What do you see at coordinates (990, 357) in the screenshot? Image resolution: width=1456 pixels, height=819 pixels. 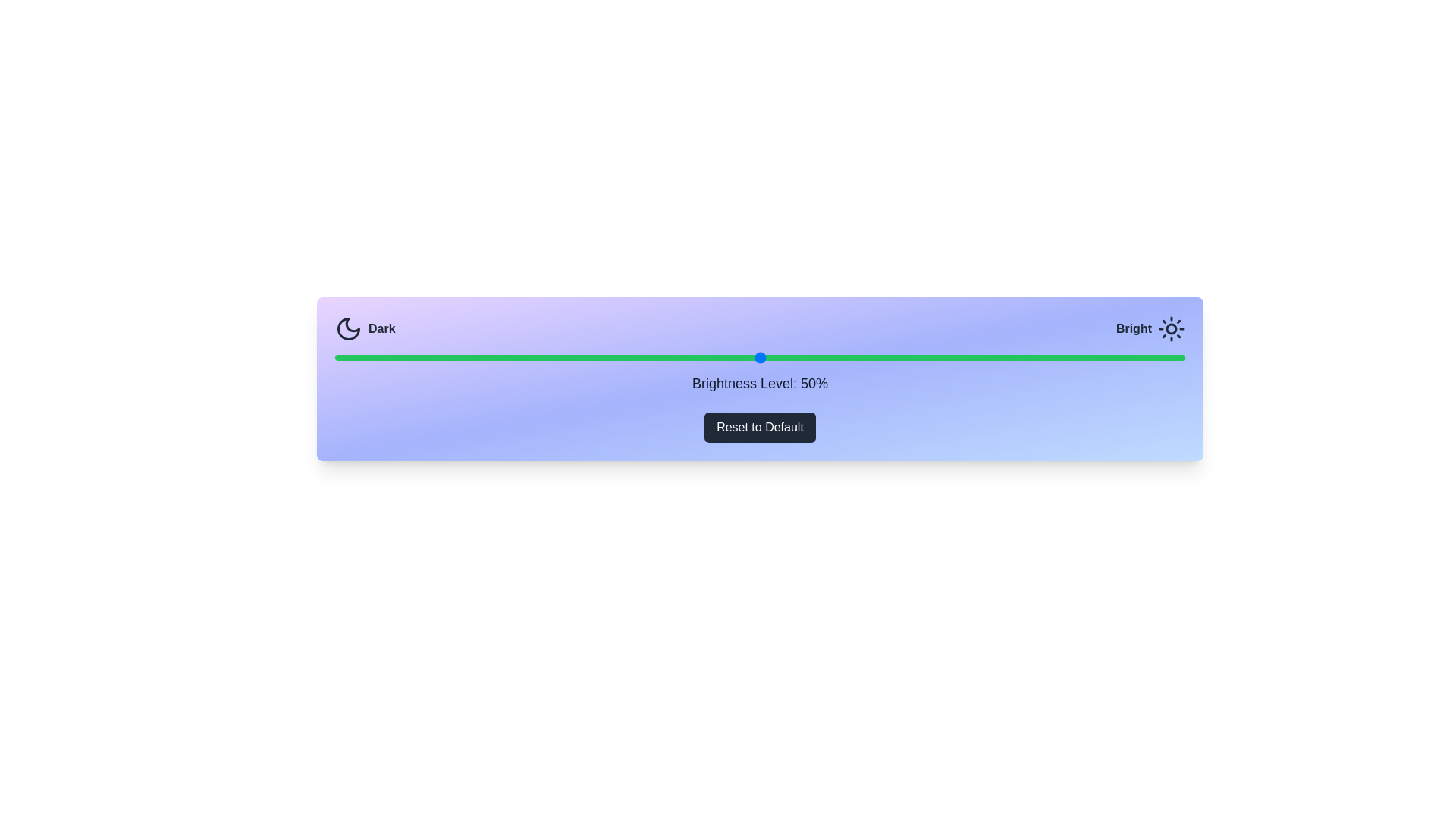 I see `the brightness slider to 77%` at bounding box center [990, 357].